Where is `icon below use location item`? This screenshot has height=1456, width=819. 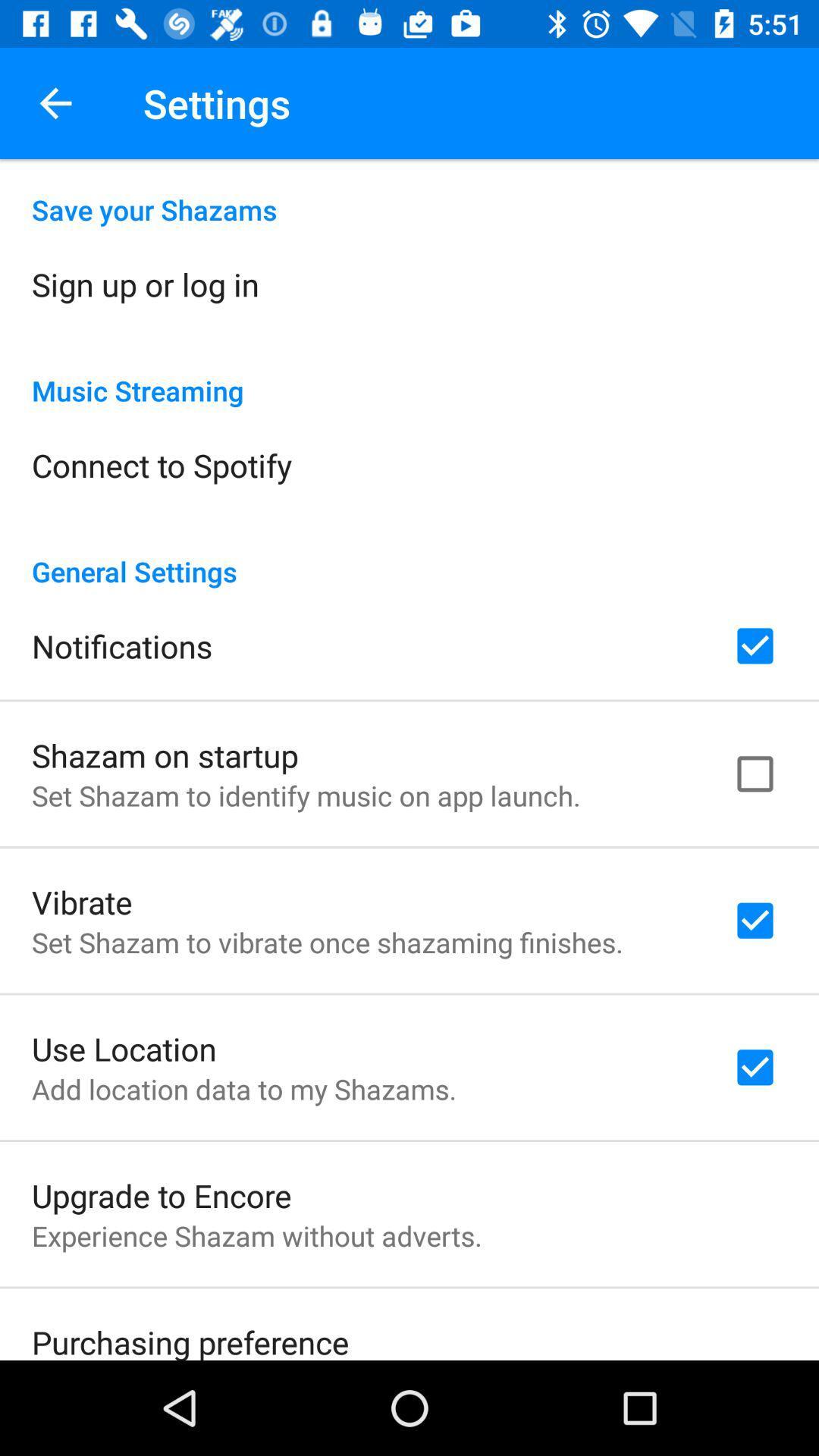
icon below use location item is located at coordinates (243, 1088).